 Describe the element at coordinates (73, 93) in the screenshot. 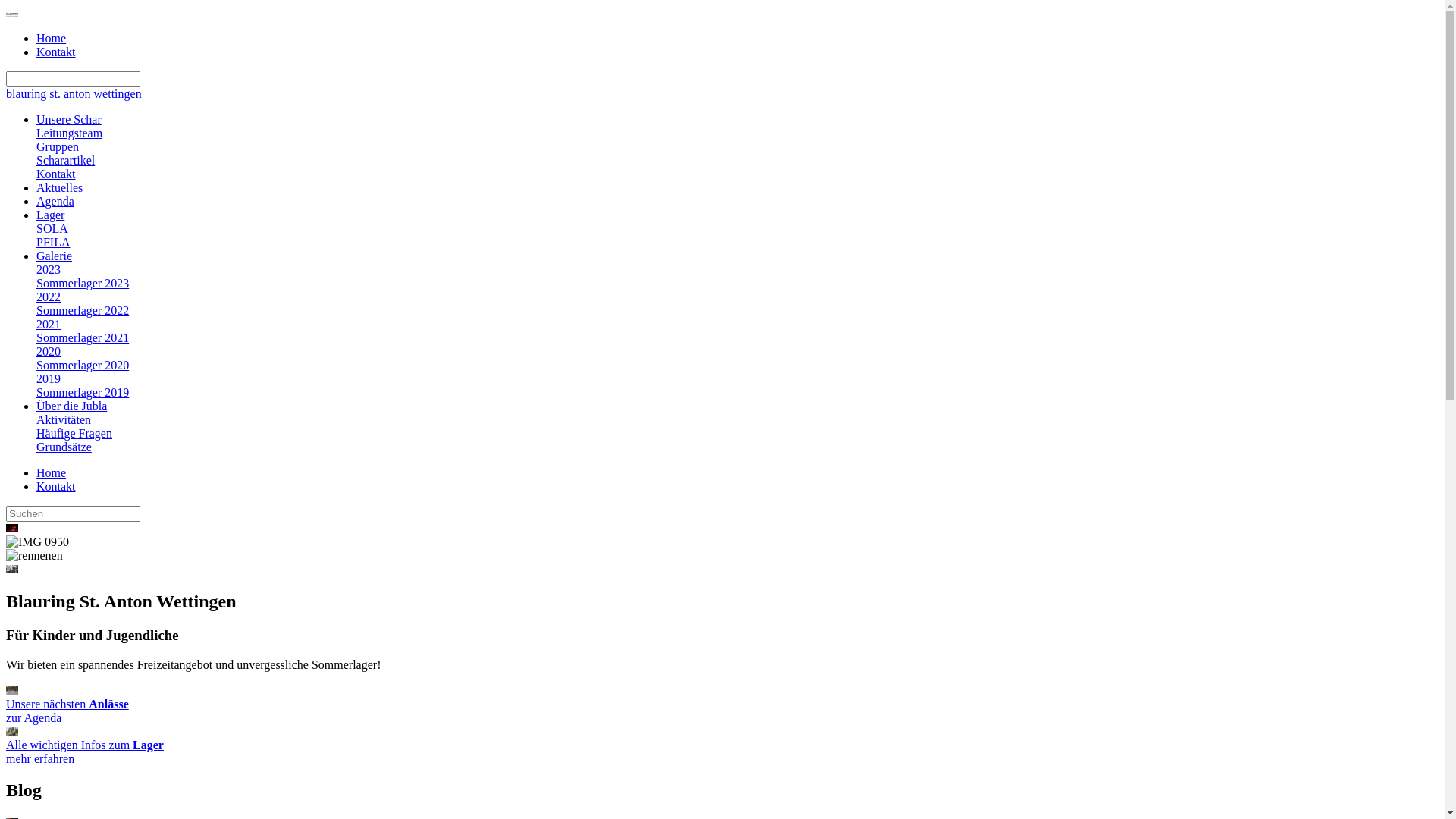

I see `'blauring st. anton wettingen'` at that location.